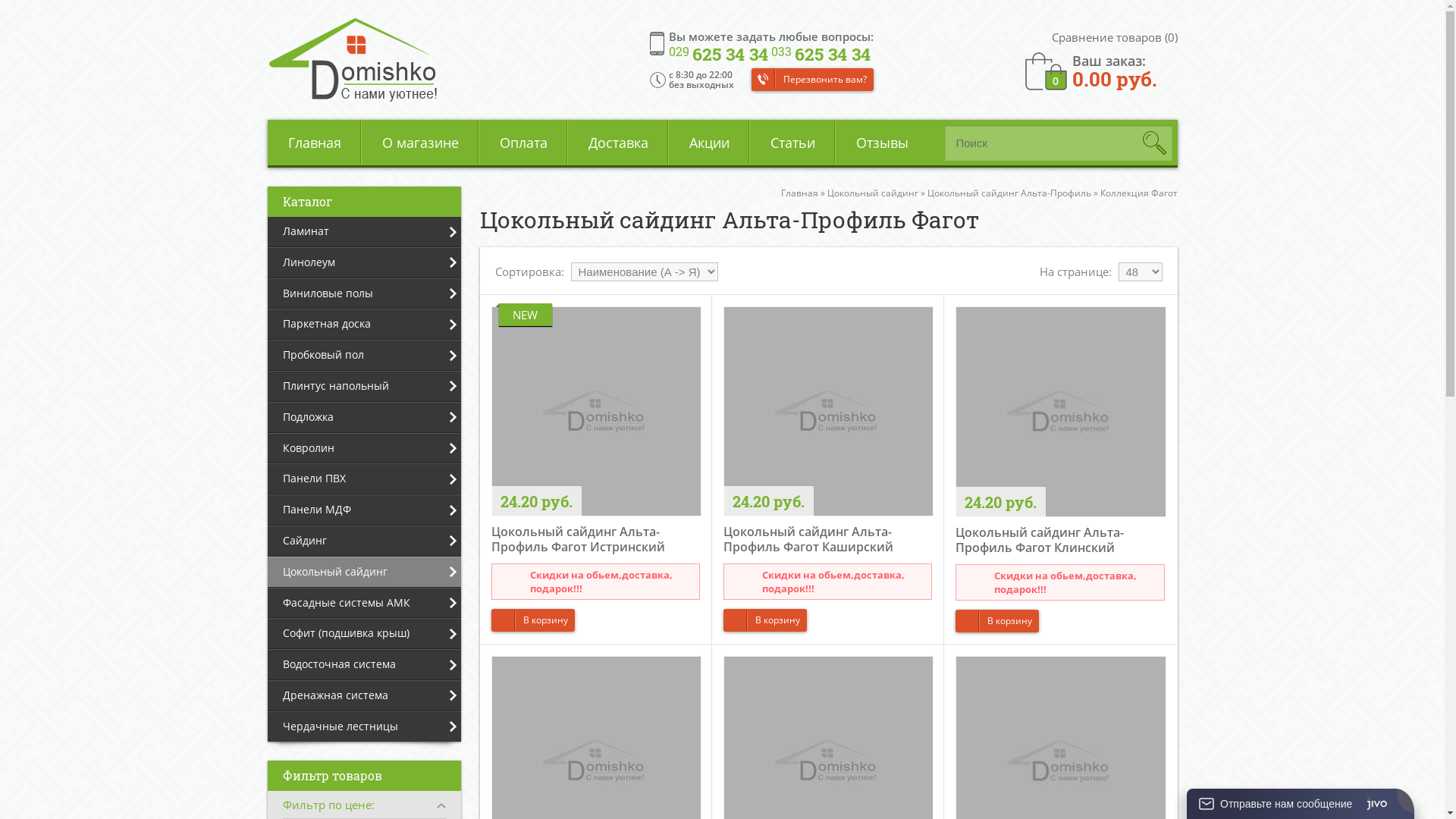 The image size is (1456, 819). Describe the element at coordinates (717, 54) in the screenshot. I see `'029 625 34 34'` at that location.